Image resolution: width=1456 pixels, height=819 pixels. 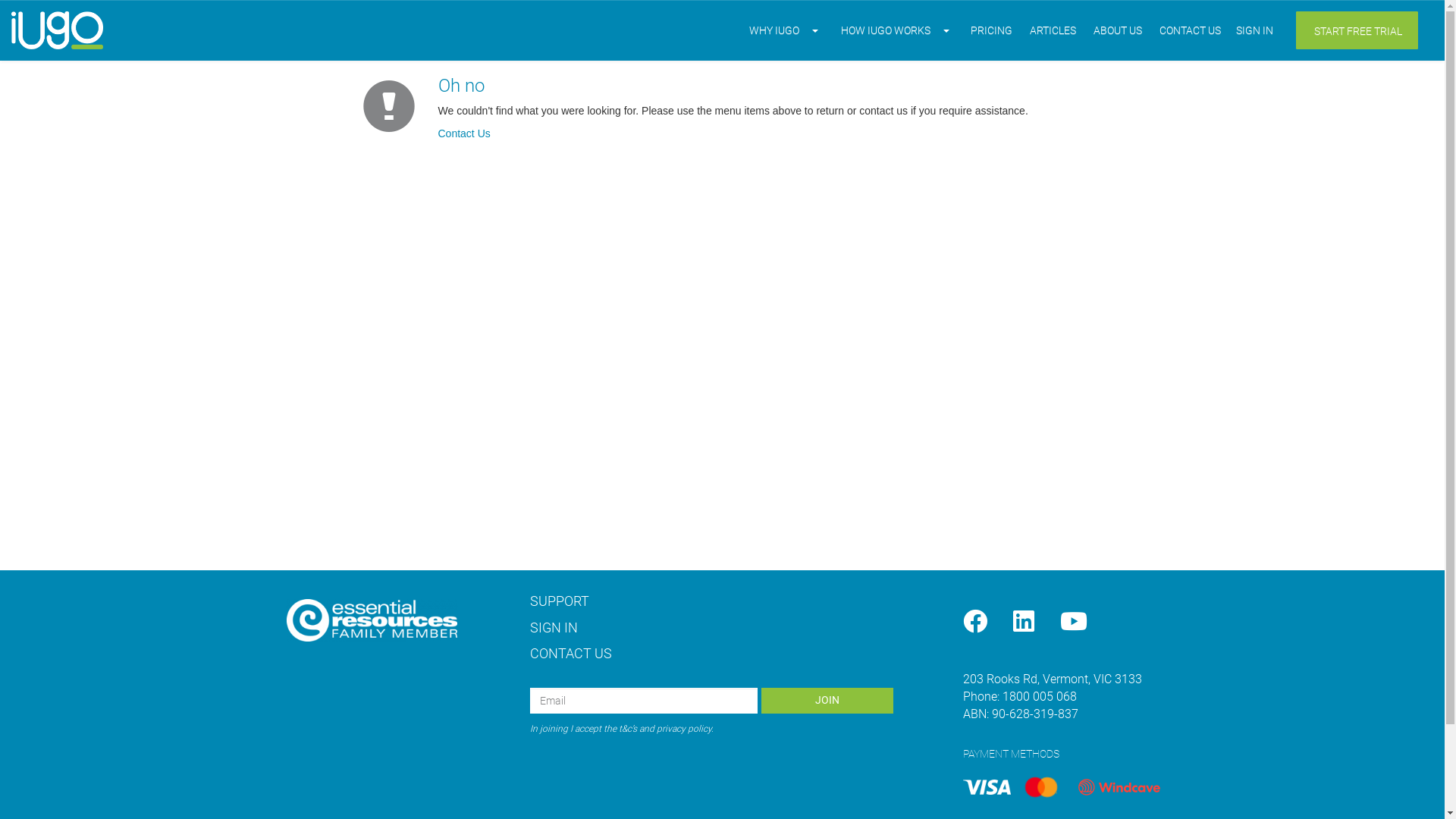 I want to click on 'PRICING', so click(x=992, y=30).